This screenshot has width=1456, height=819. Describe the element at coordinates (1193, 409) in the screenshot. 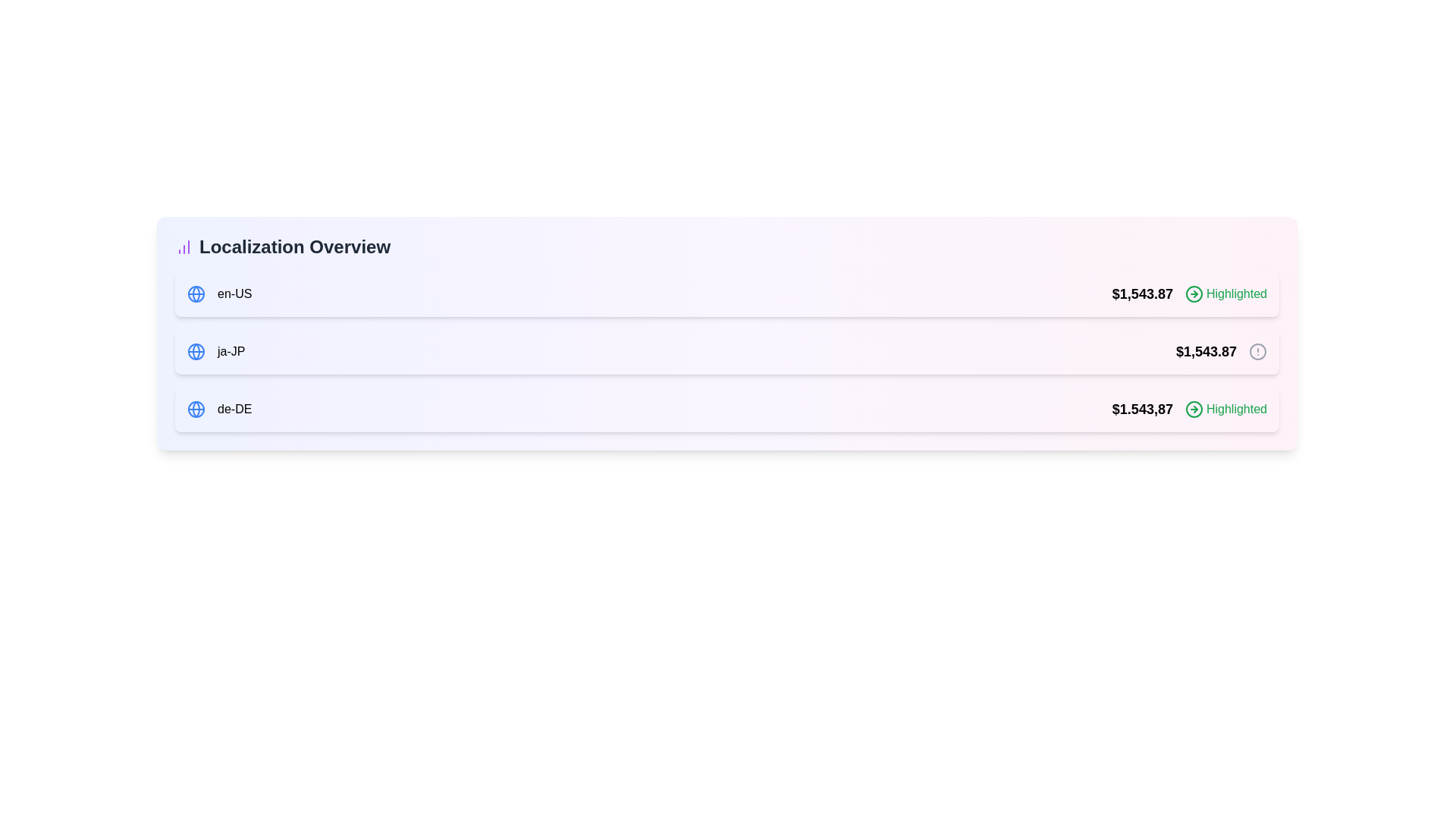

I see `the SVG circle component, which is the leftmost part of the icon in the rightmost segment of the bottommost row in the interface` at that location.